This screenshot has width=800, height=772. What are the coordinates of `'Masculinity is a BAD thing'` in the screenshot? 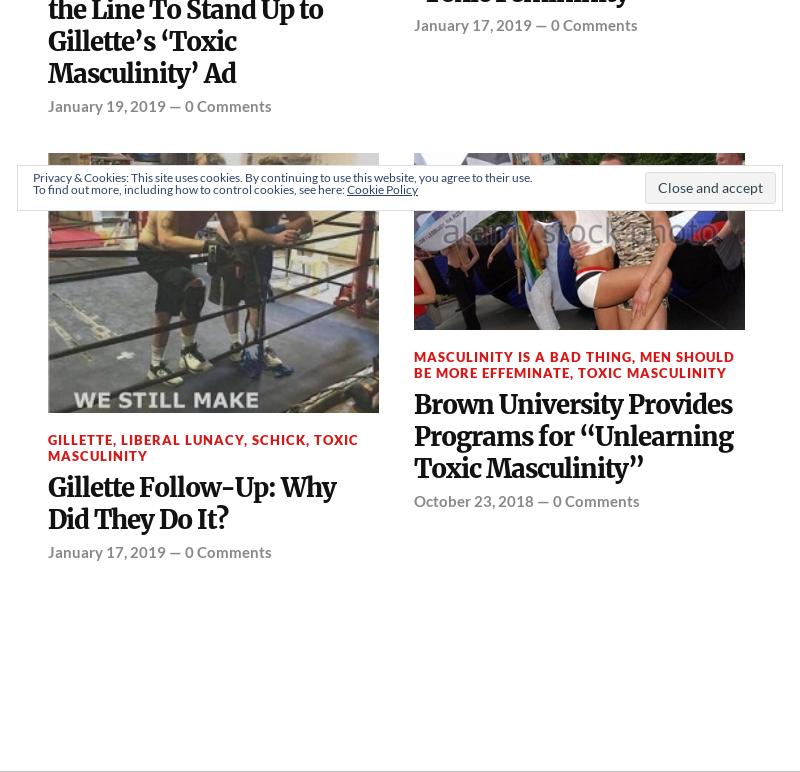 It's located at (522, 355).